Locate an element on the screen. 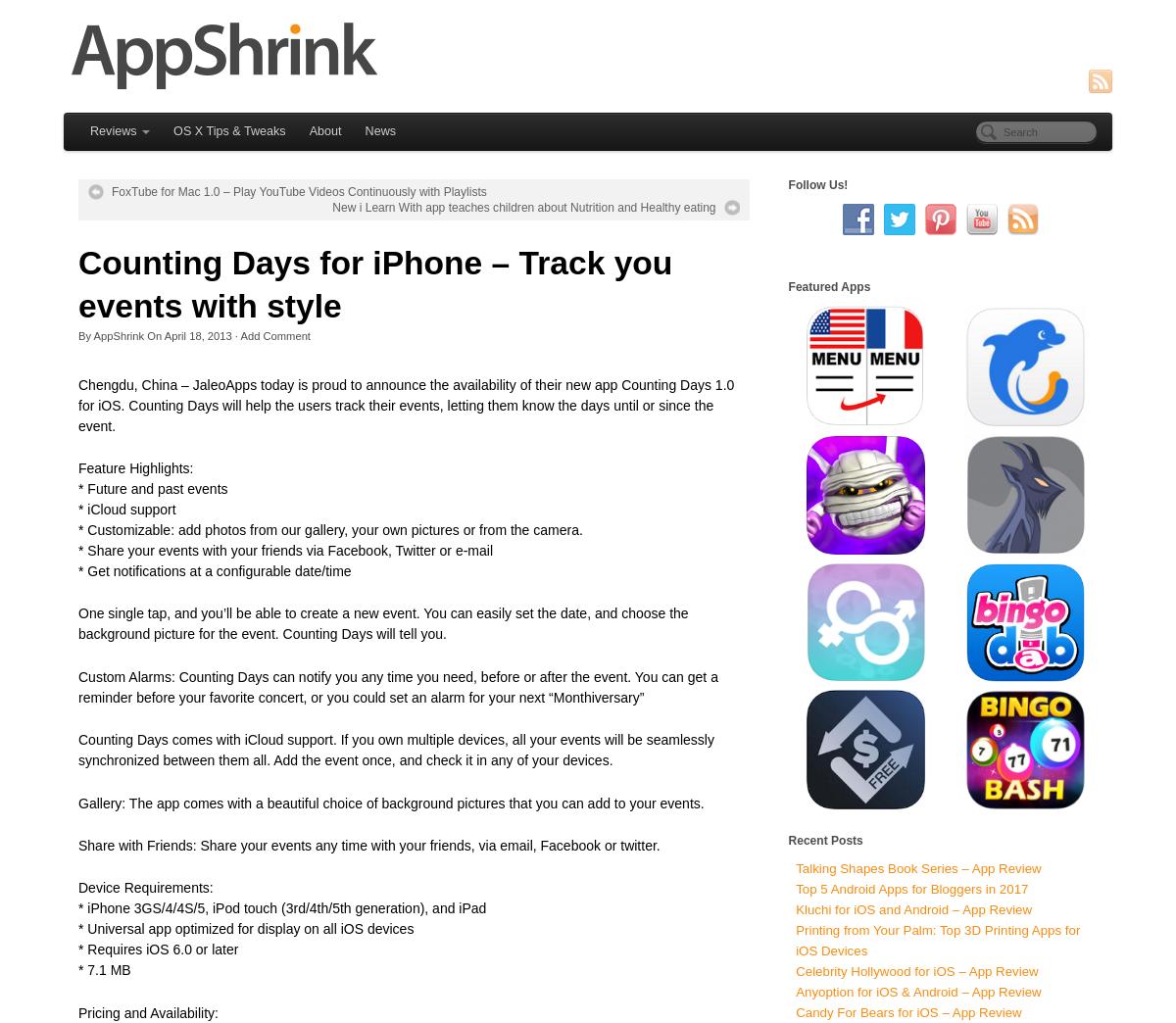 The width and height of the screenshot is (1176, 1023). 'Candy For Bears for iOS – App Review' is located at coordinates (908, 1012).